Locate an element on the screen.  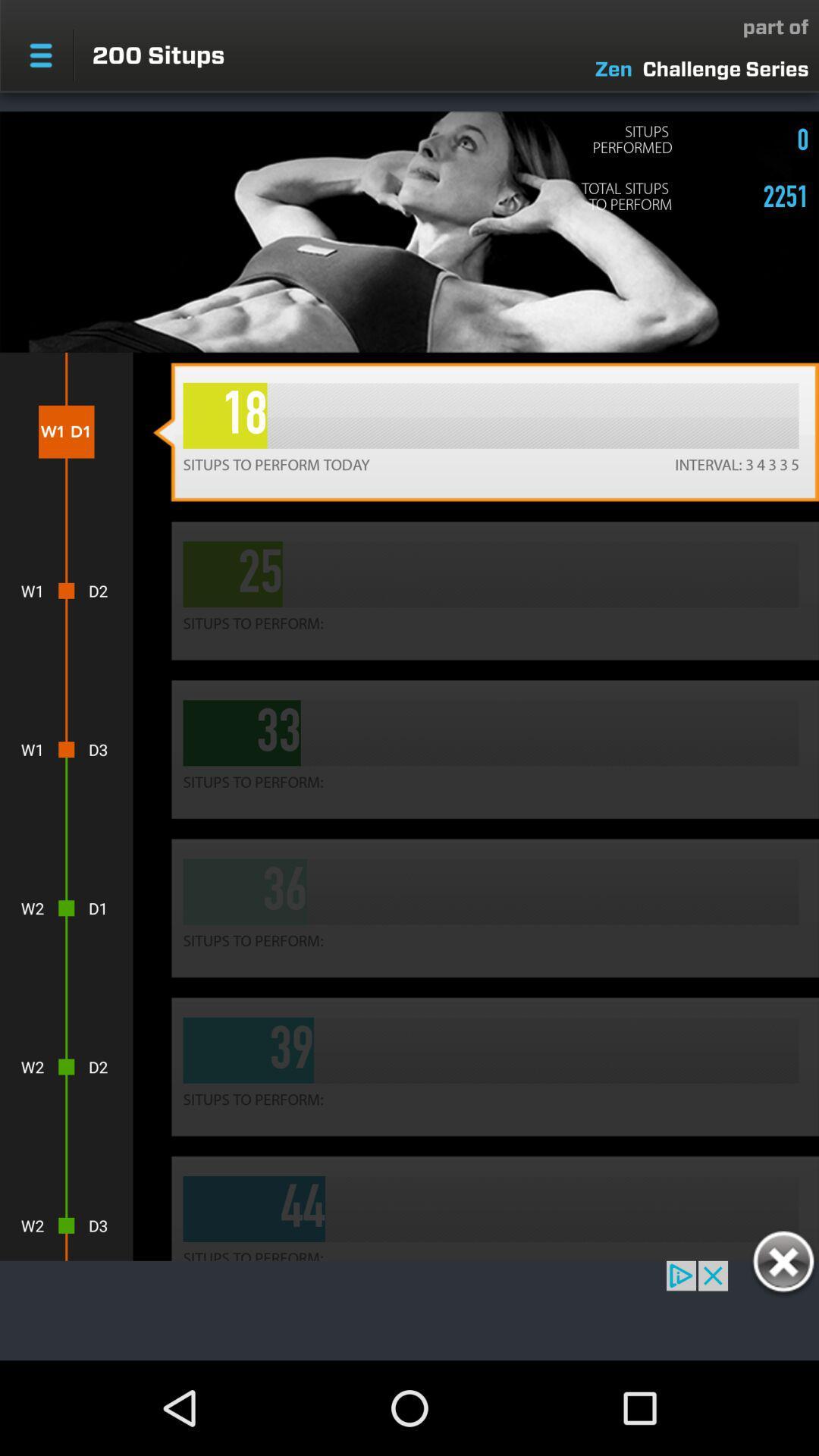
the close icon is located at coordinates (783, 1264).